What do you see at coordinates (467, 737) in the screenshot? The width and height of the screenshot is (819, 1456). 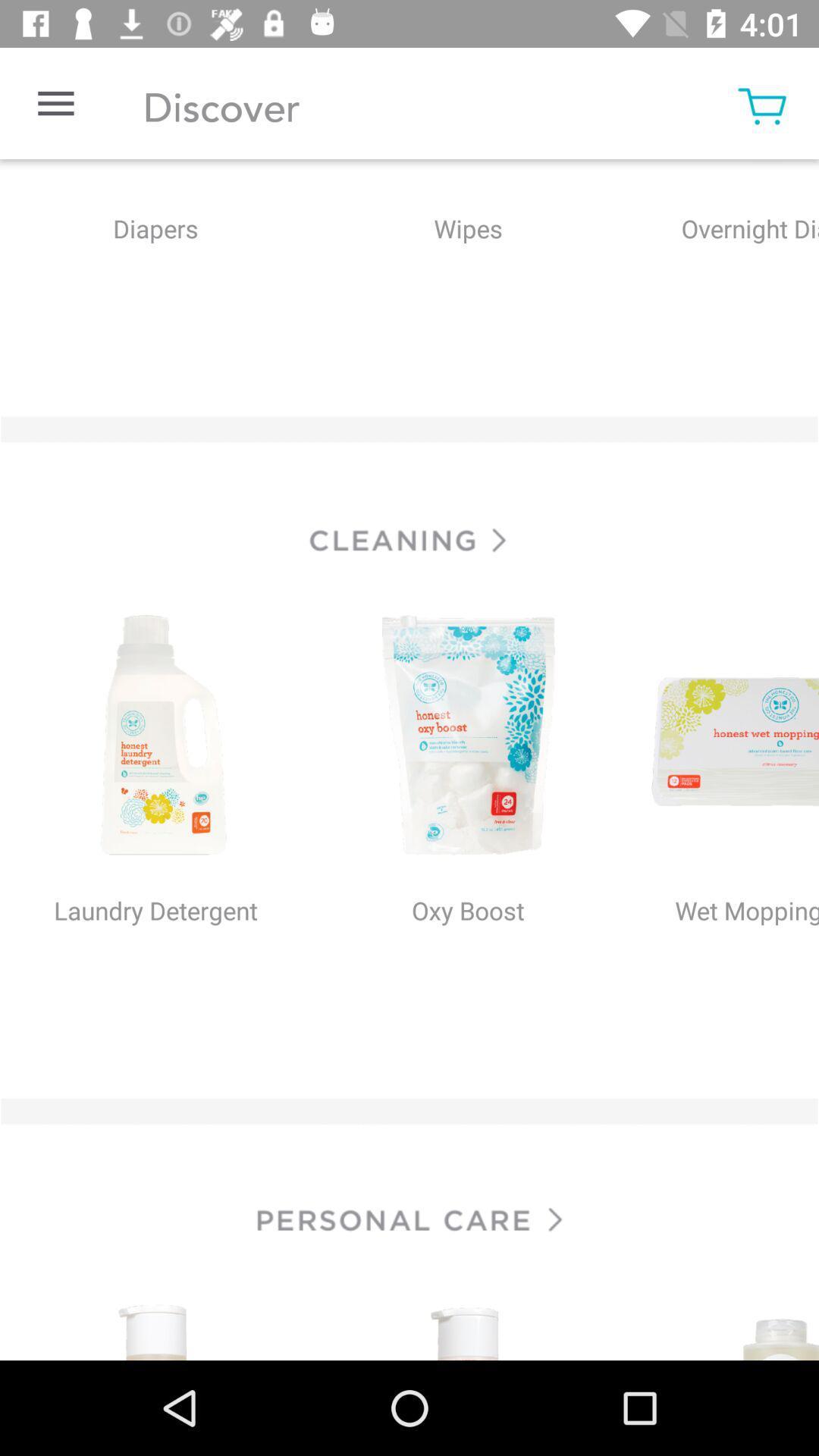 I see `the product image which is above the text oxy boost` at bounding box center [467, 737].